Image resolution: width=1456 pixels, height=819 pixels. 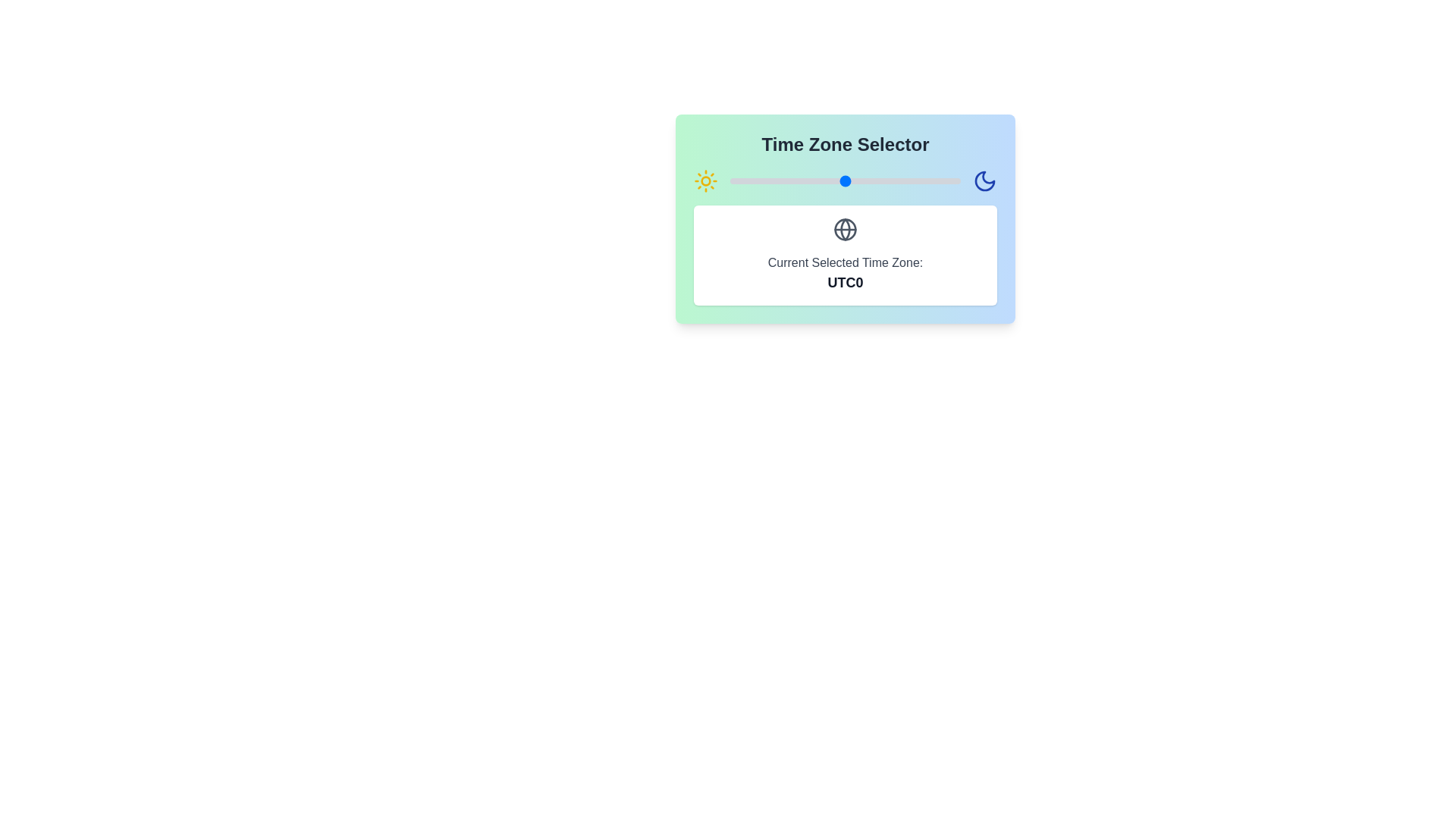 What do you see at coordinates (912, 180) in the screenshot?
I see `the time zone offset` at bounding box center [912, 180].